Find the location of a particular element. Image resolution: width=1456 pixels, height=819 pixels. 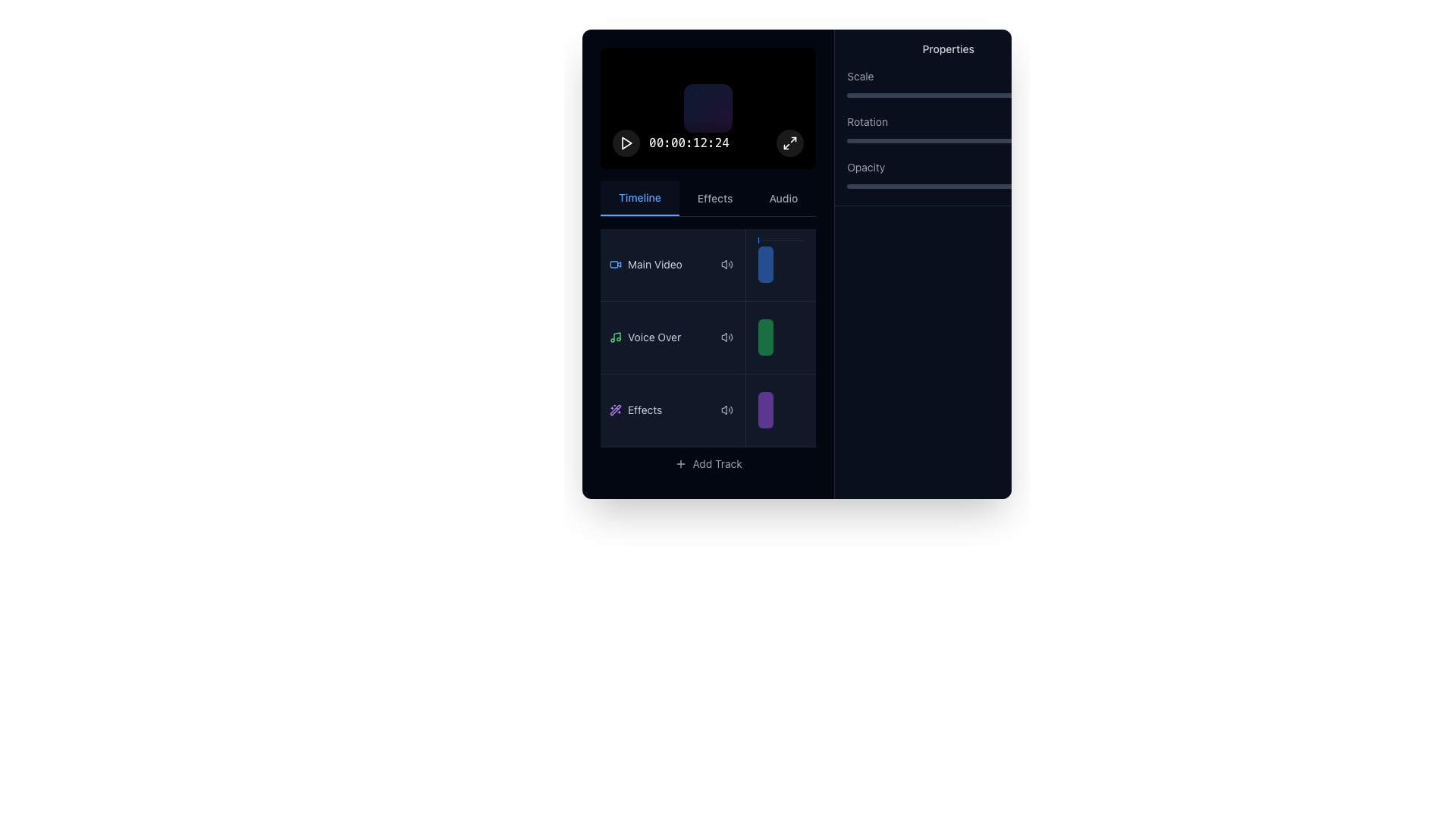

the primary video track label in the timeline editor located in the sidebar menu on the left side, positioned beneath the 'Timeline' tab is located at coordinates (645, 264).